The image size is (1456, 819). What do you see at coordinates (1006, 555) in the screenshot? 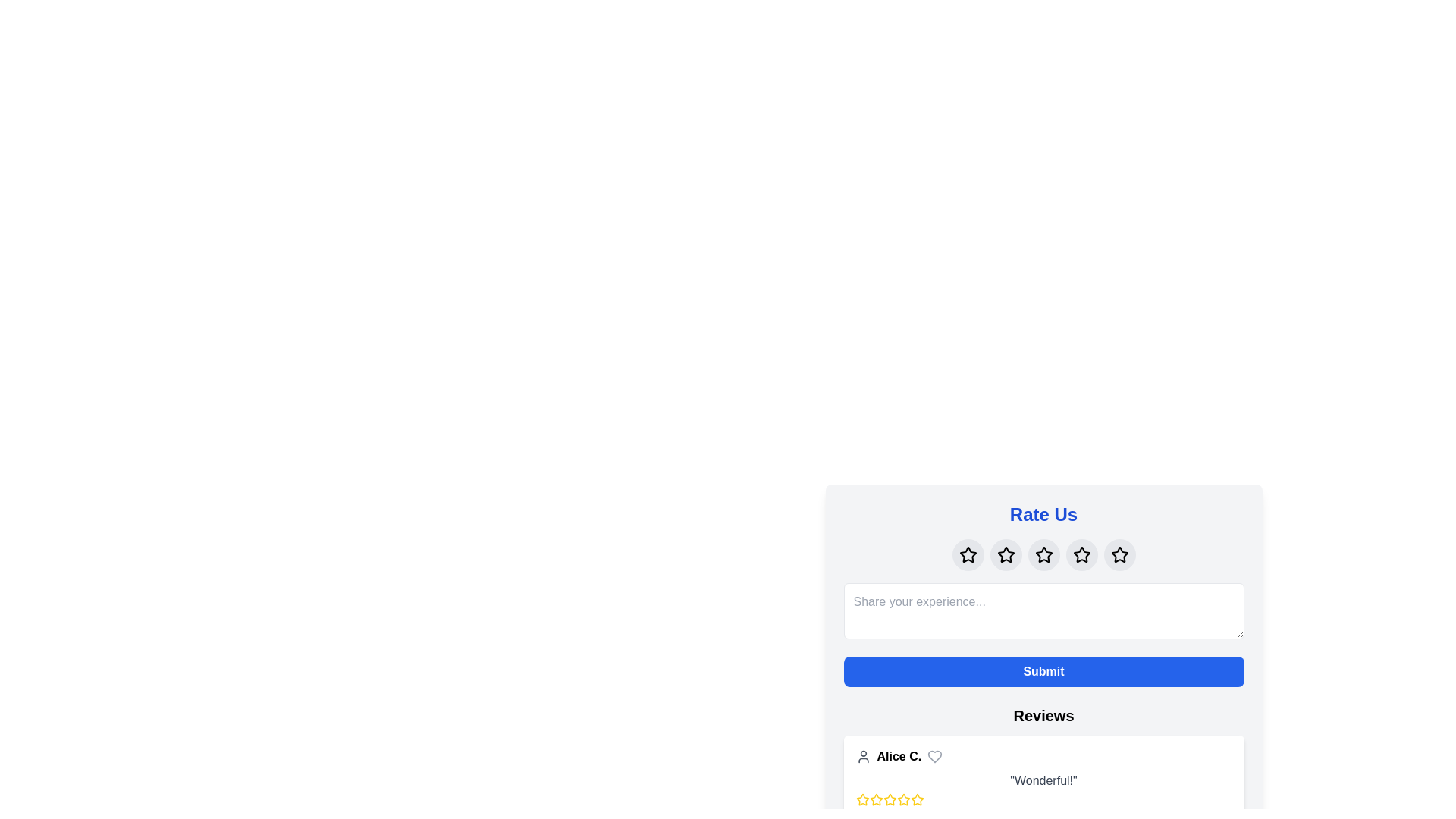
I see `the second star icon in the horizontal row of five star elements` at bounding box center [1006, 555].